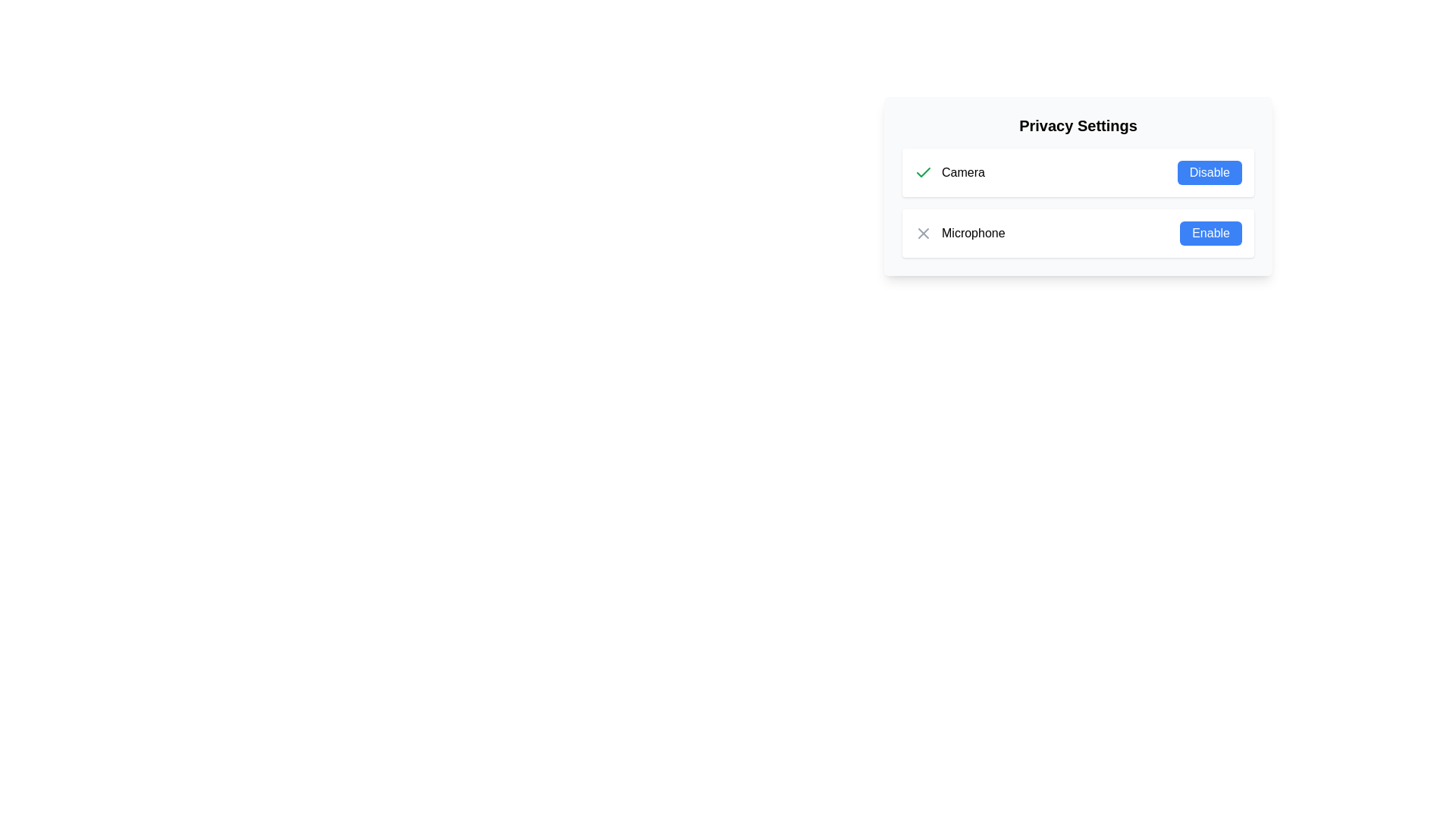 Image resolution: width=1456 pixels, height=819 pixels. I want to click on the active 'Camera' indicator icon located to the left of the 'Camera' label in the privacy settings, so click(923, 171).